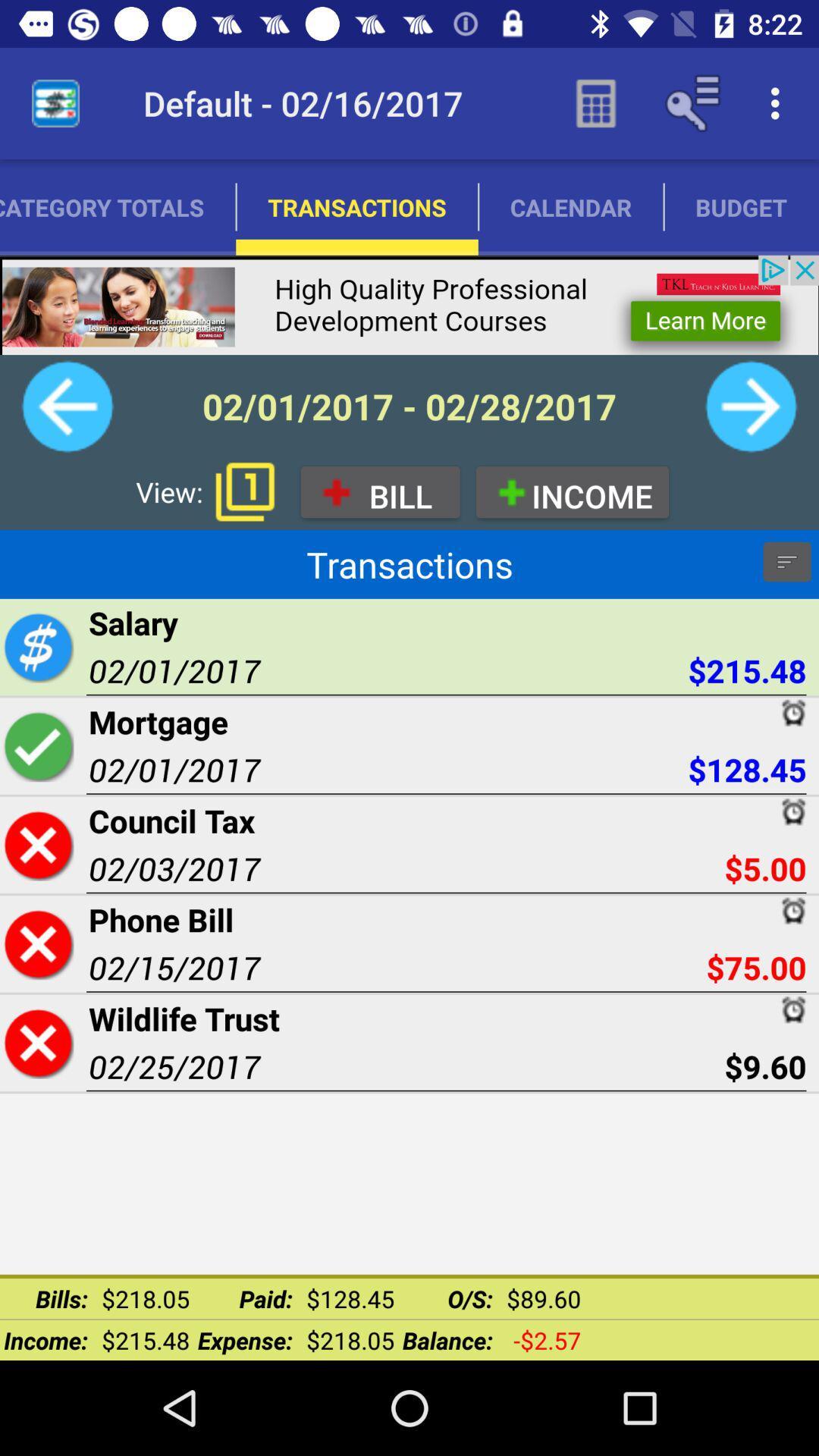 The height and width of the screenshot is (1456, 819). Describe the element at coordinates (244, 491) in the screenshot. I see `show transaction 1` at that location.